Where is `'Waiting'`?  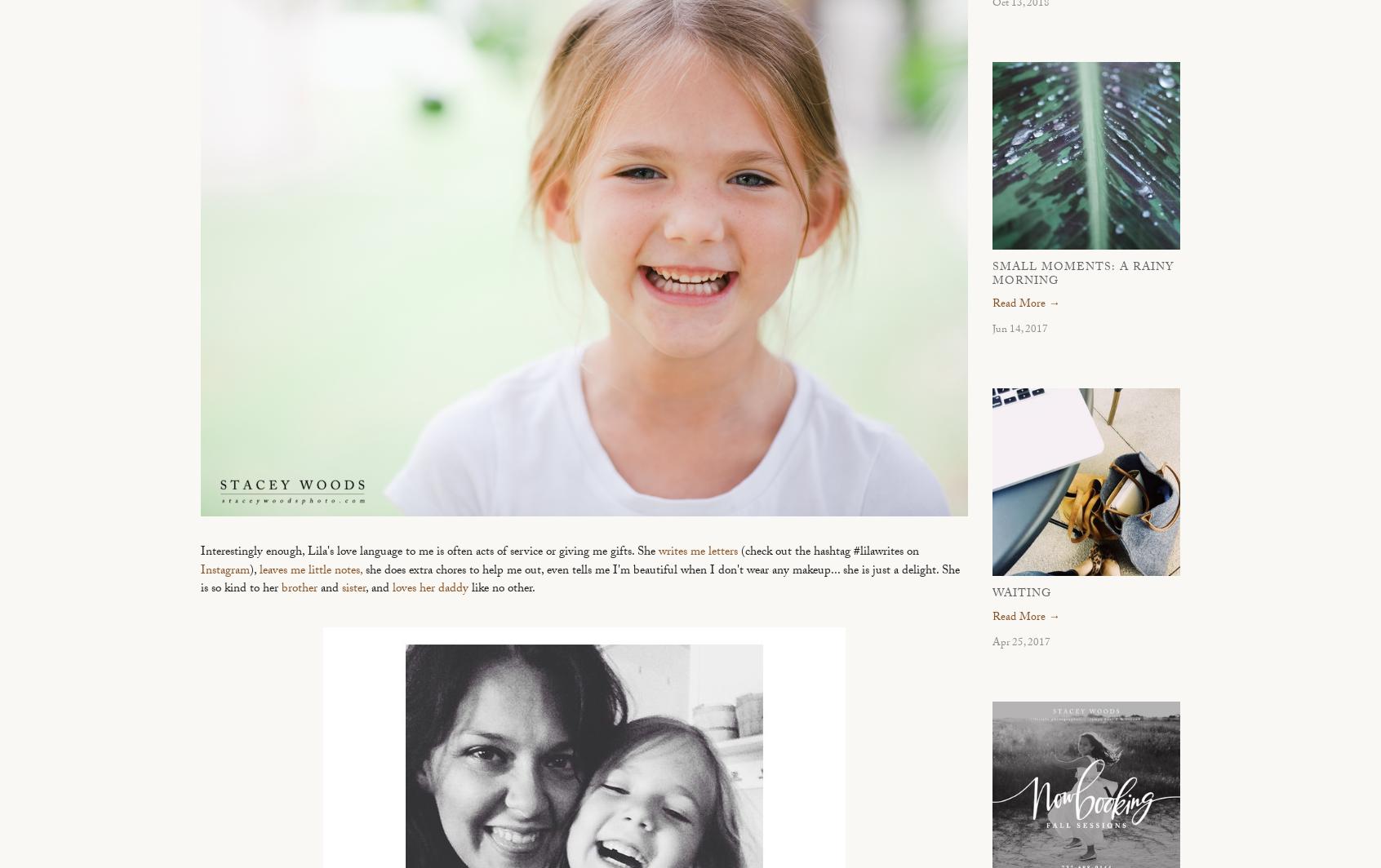
'Waiting' is located at coordinates (1022, 595).